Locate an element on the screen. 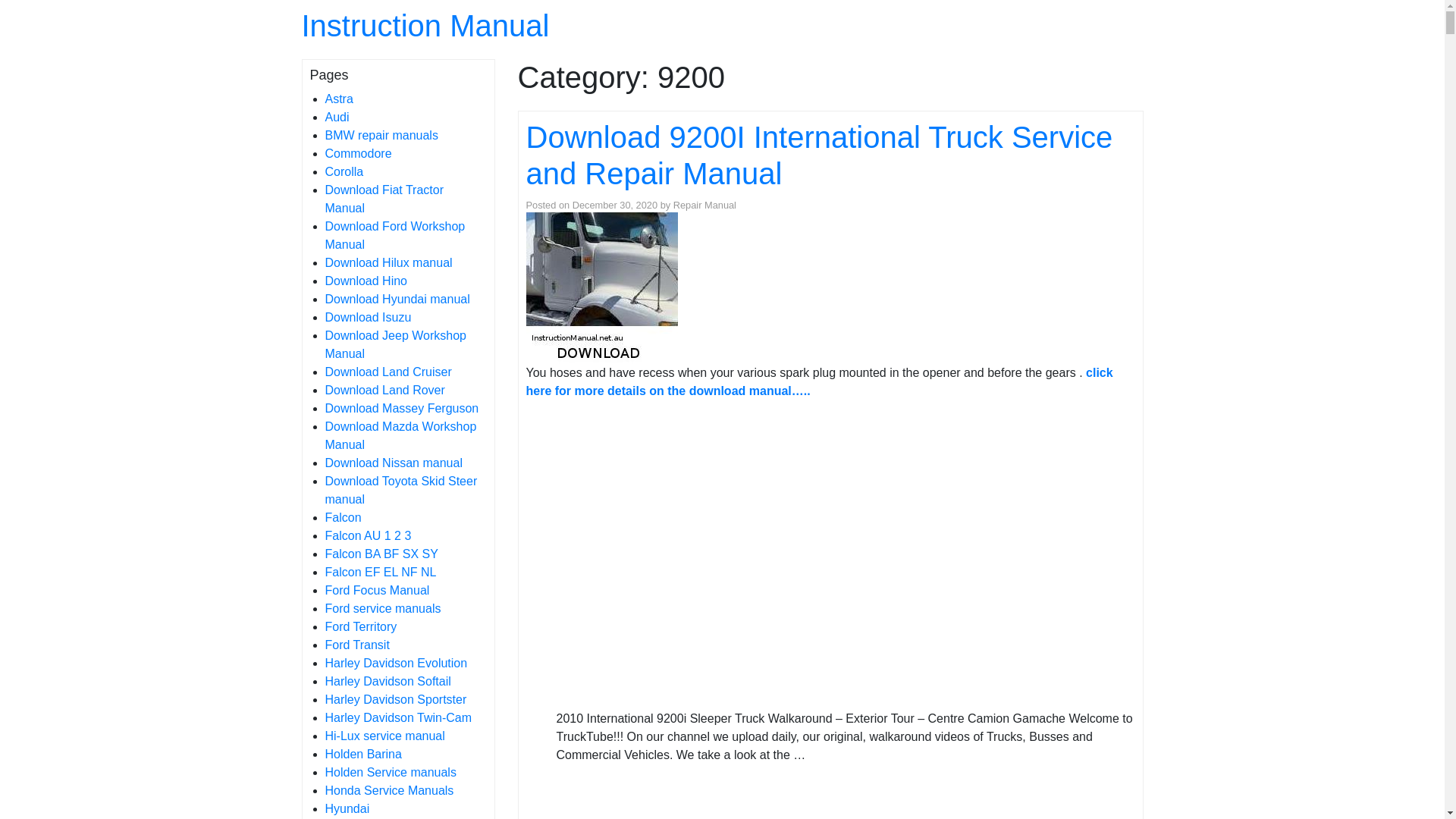 The width and height of the screenshot is (1456, 819). 'Harley Davidson Sportster' is located at coordinates (395, 699).